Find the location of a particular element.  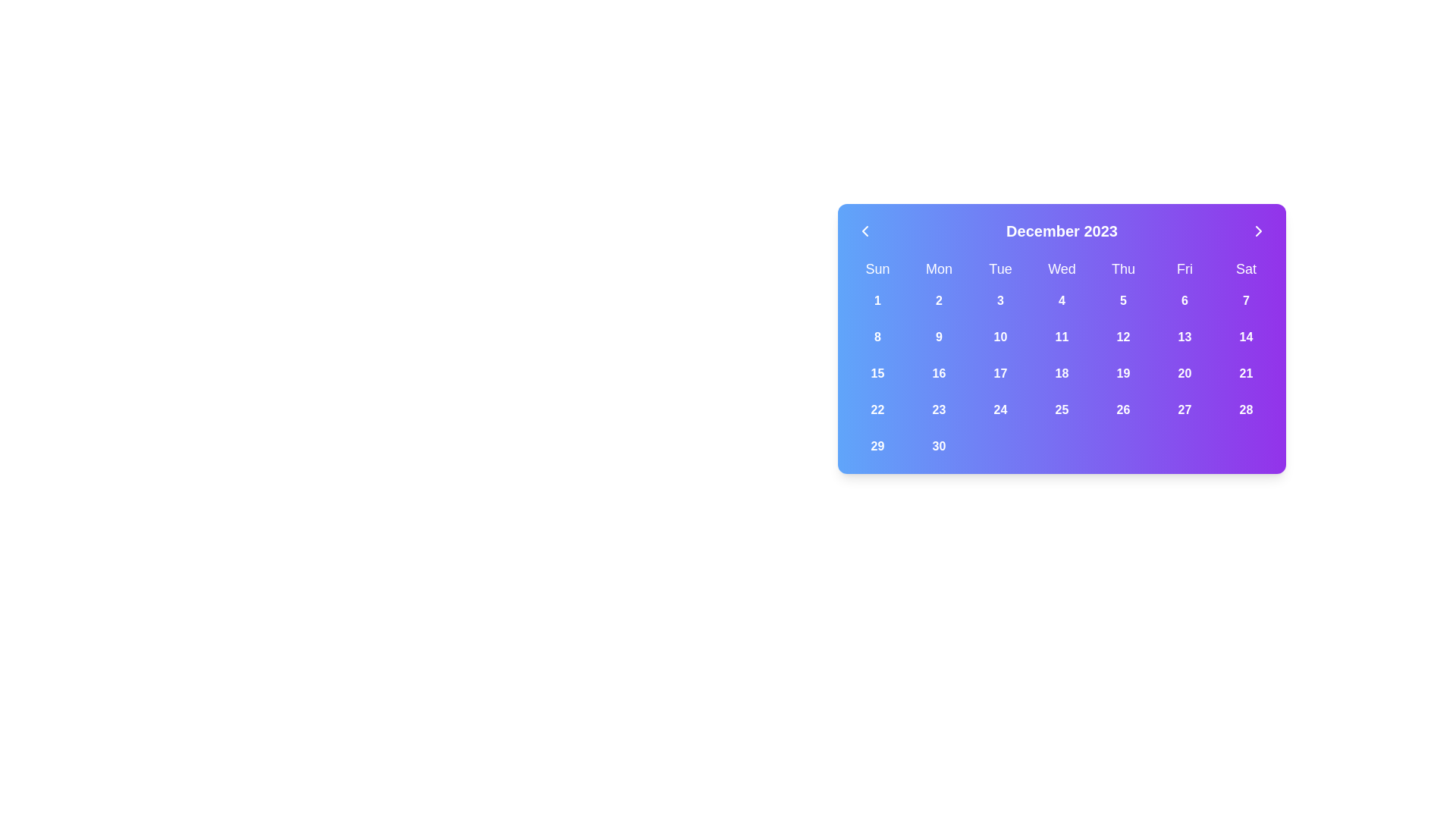

a specific date in the calendar grid displayed below the title 'December 2023' is located at coordinates (1061, 359).